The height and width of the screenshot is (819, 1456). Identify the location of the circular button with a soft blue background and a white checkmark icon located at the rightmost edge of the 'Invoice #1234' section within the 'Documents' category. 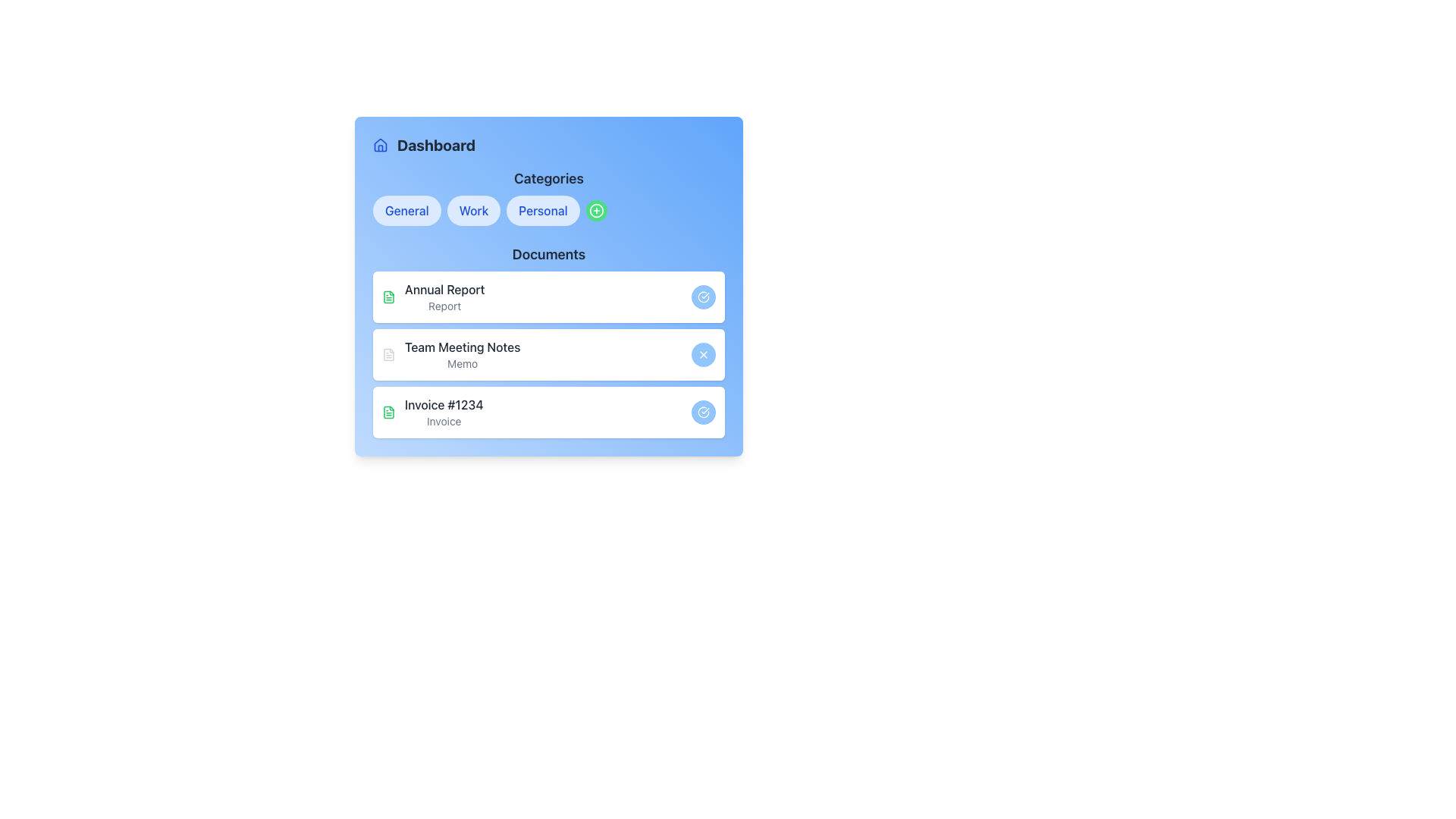
(702, 412).